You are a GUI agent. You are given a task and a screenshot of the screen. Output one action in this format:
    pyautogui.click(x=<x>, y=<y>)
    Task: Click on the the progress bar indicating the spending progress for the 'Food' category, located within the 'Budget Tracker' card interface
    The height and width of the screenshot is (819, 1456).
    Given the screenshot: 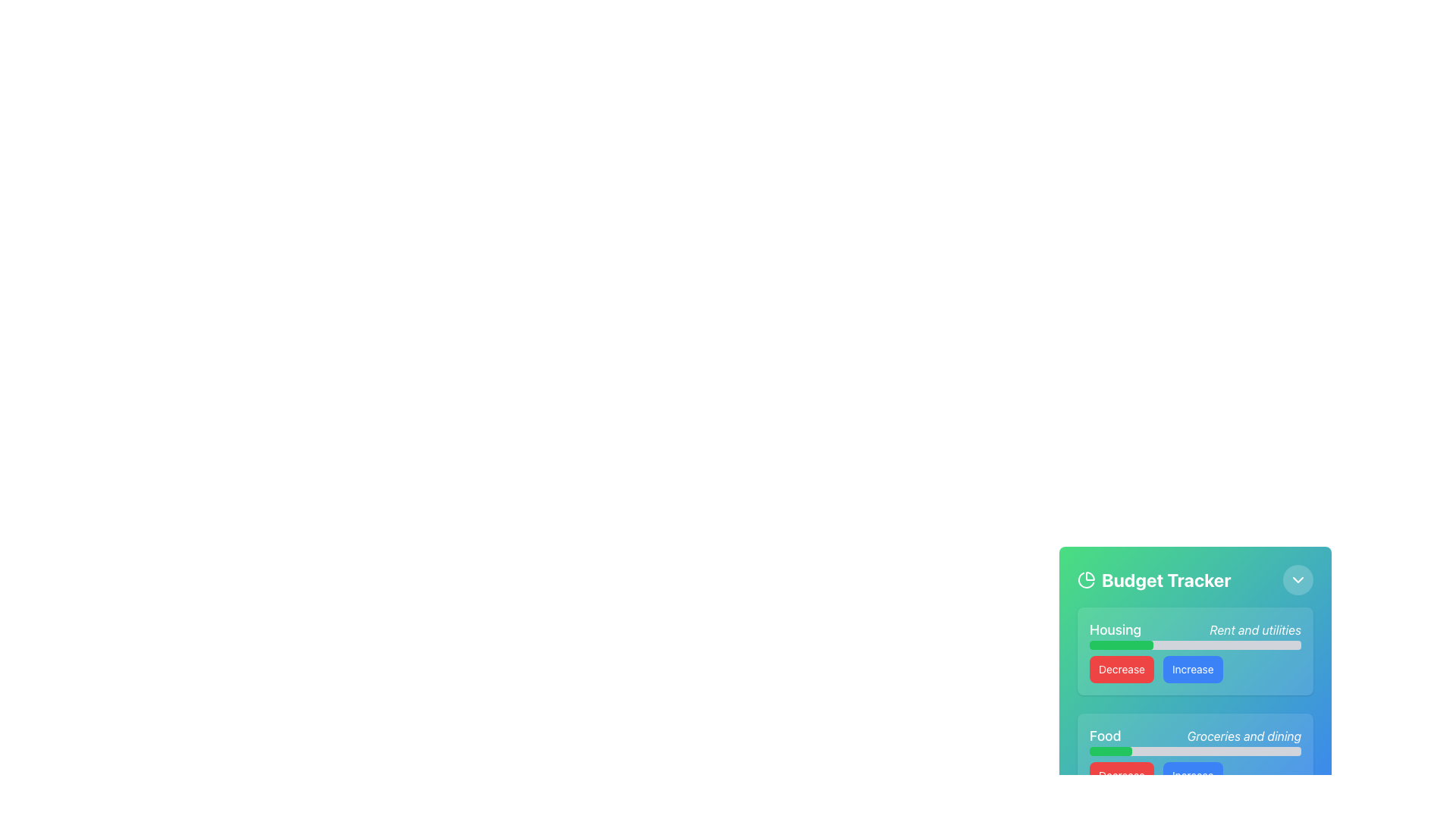 What is the action you would take?
    pyautogui.click(x=1110, y=752)
    